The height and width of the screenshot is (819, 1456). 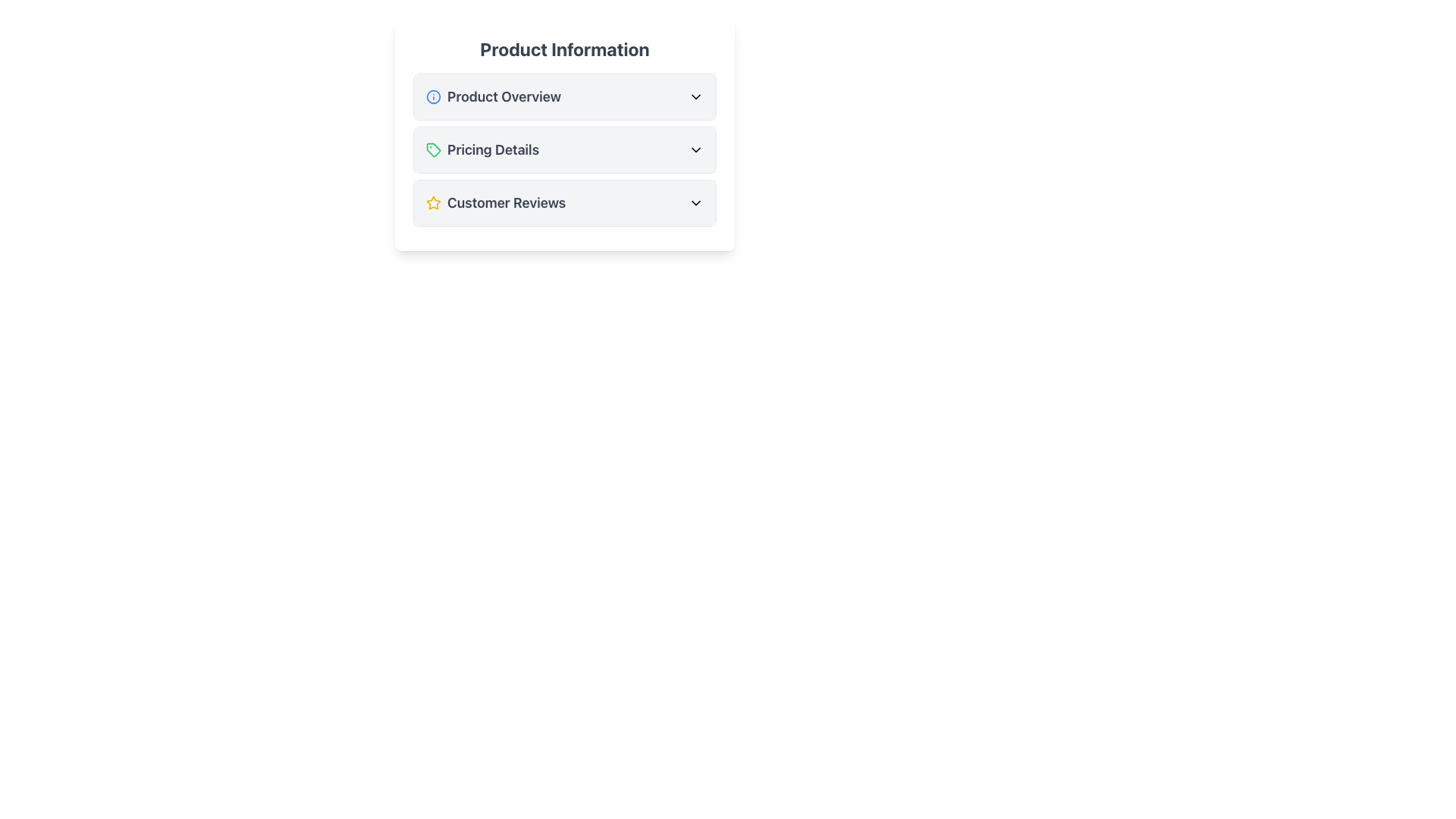 I want to click on the 'Pricing Details' label in the product information section, which is the second item in the list under the 'Product Information' heading, so click(x=493, y=149).